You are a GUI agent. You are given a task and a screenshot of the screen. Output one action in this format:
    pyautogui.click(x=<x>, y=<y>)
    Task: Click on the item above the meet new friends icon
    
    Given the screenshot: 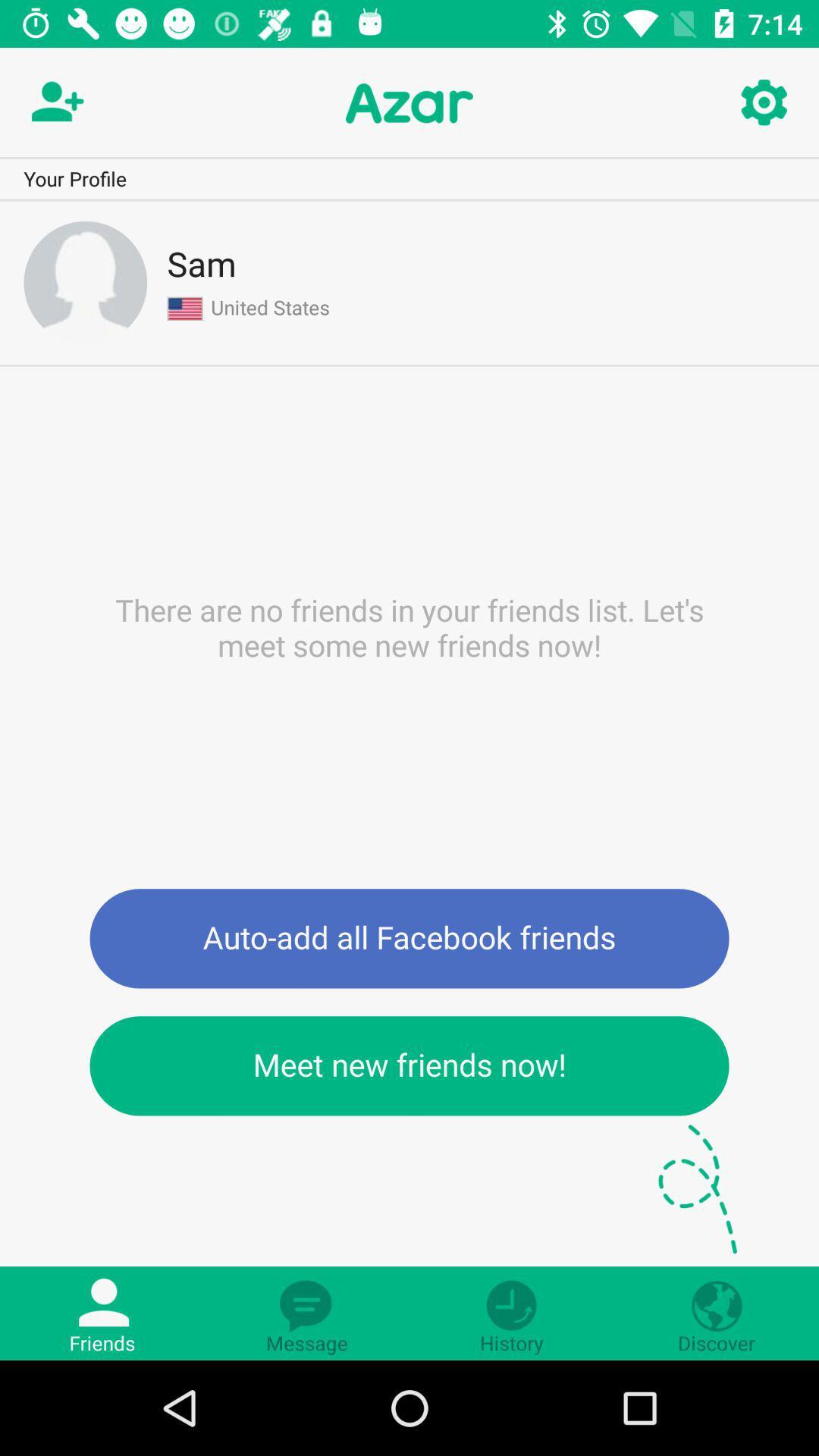 What is the action you would take?
    pyautogui.click(x=409, y=937)
    